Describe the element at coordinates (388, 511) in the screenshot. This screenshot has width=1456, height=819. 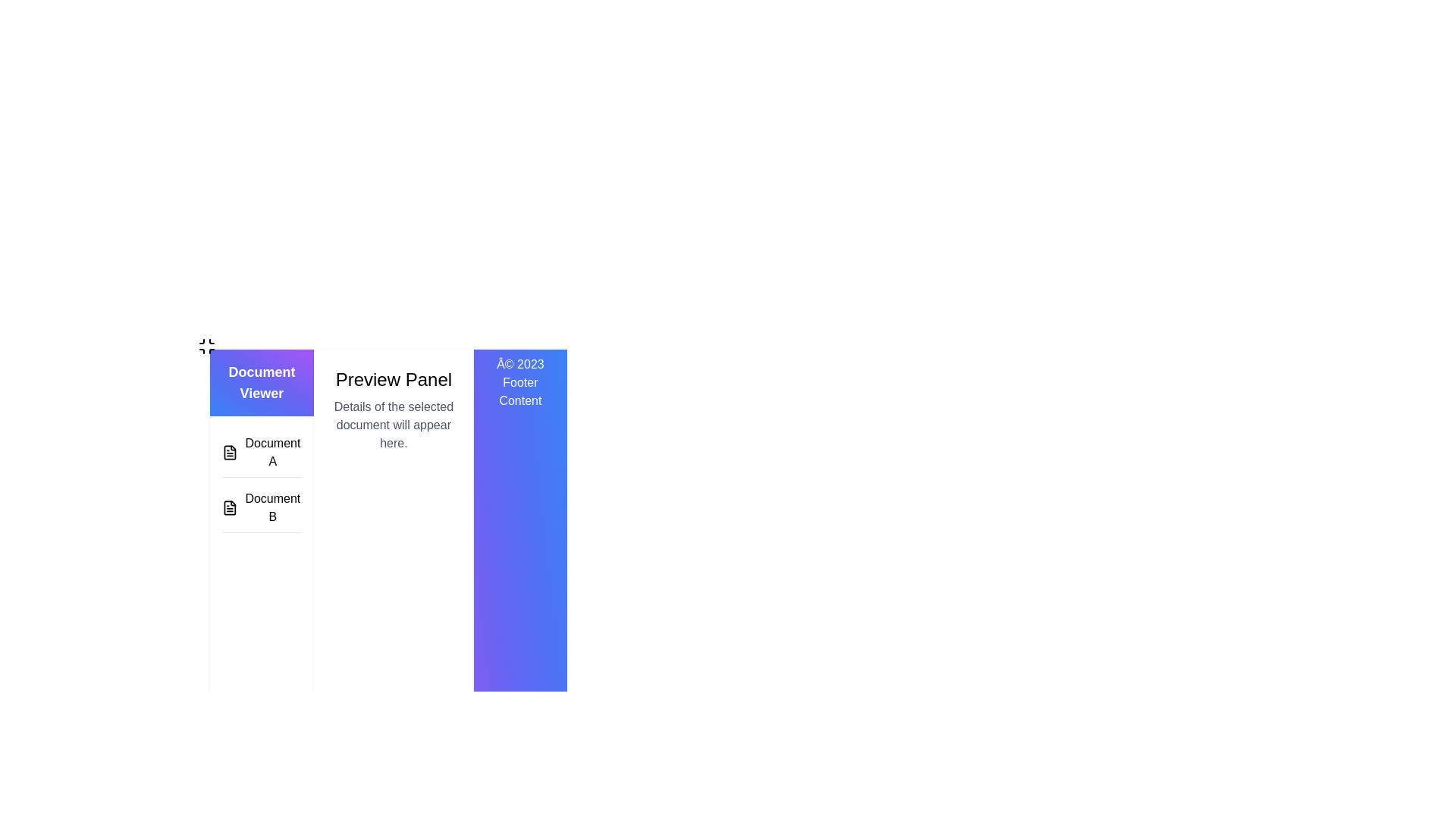
I see `the central 'Preview Panel' of the document viewer interface, which displays a message for selected document details` at that location.